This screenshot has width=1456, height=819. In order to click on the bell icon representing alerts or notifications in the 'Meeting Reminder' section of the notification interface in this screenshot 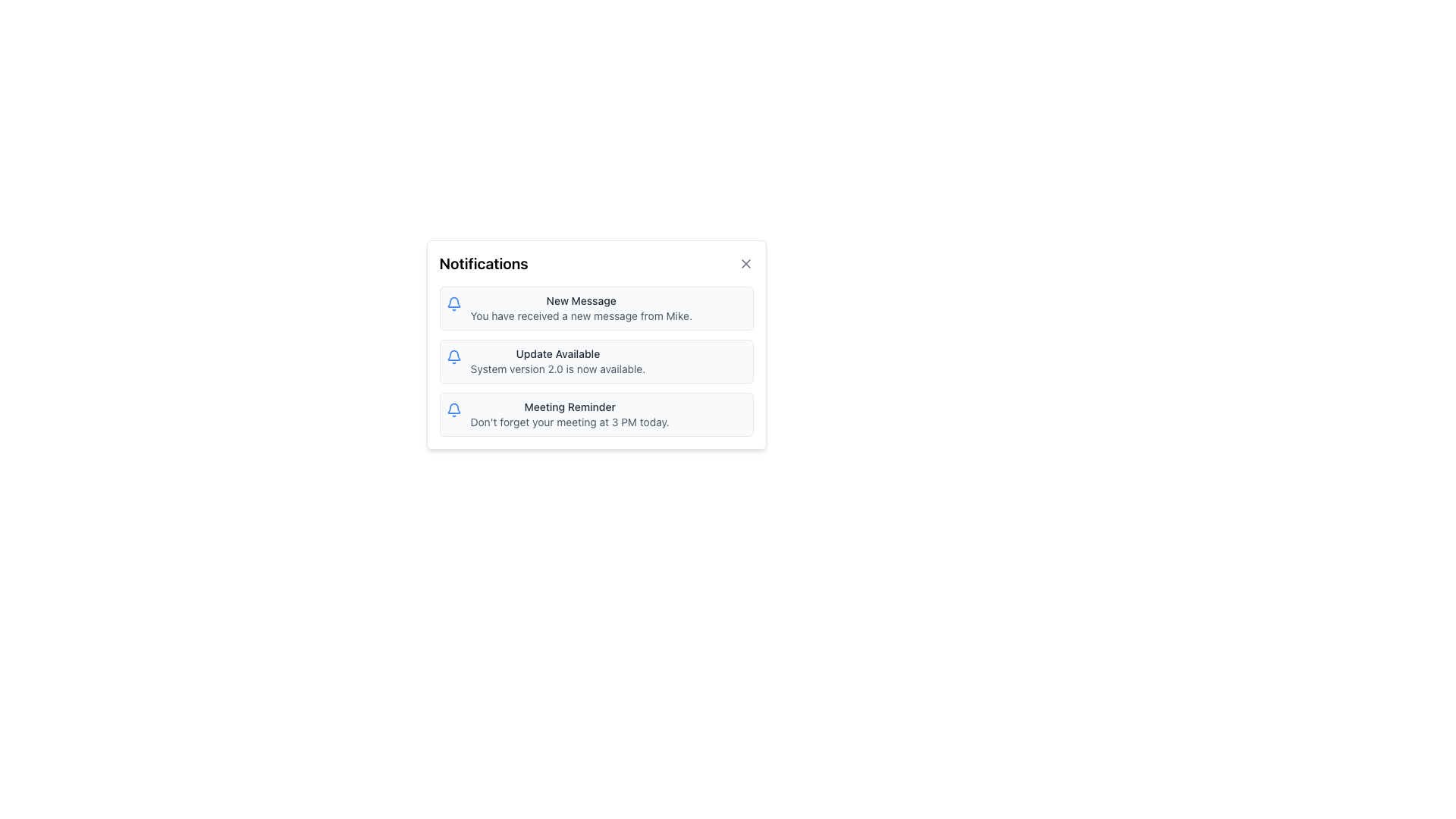, I will do `click(453, 409)`.